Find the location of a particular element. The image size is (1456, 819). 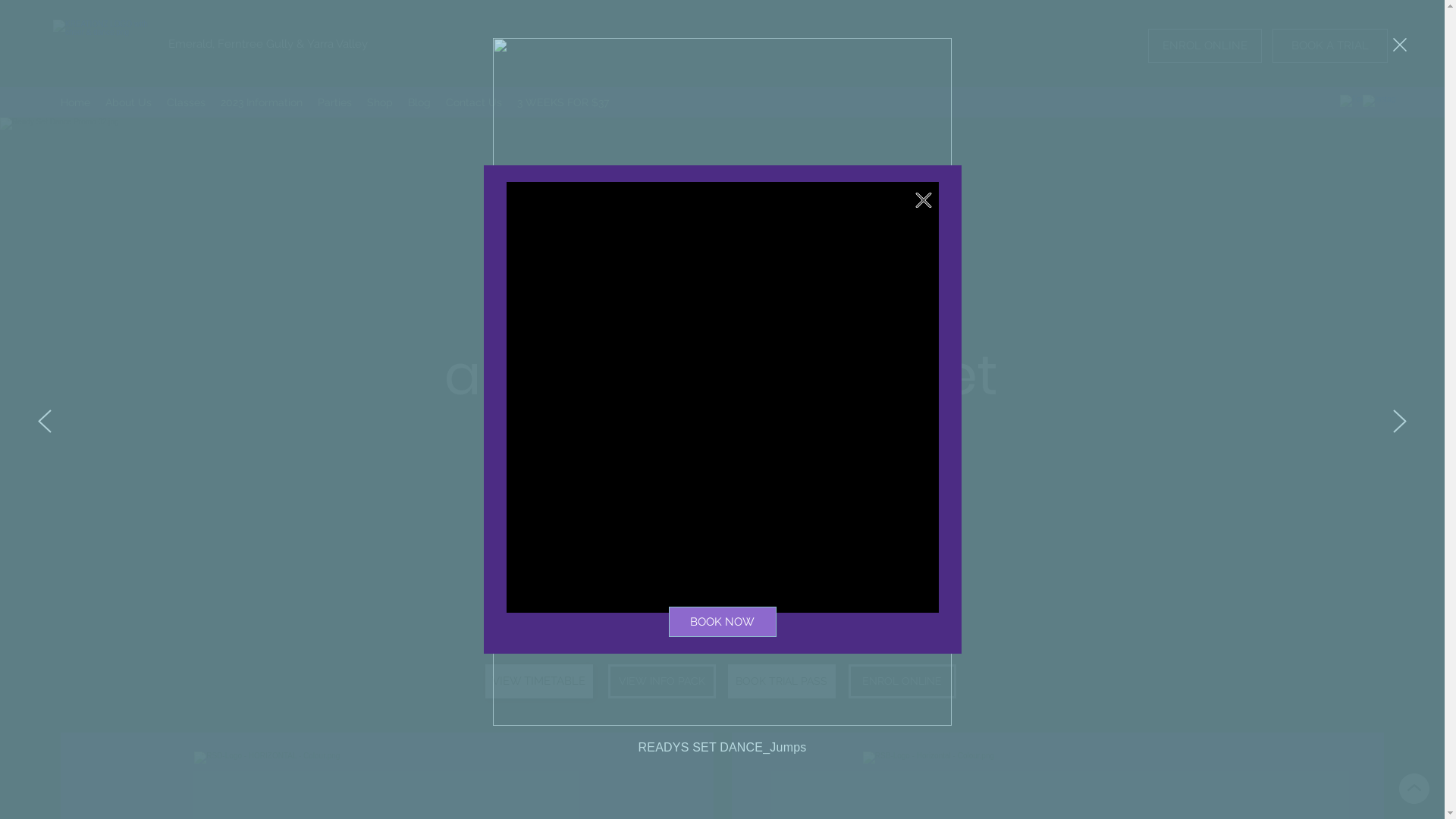

'ENROL ONLINE' is located at coordinates (1203, 45).